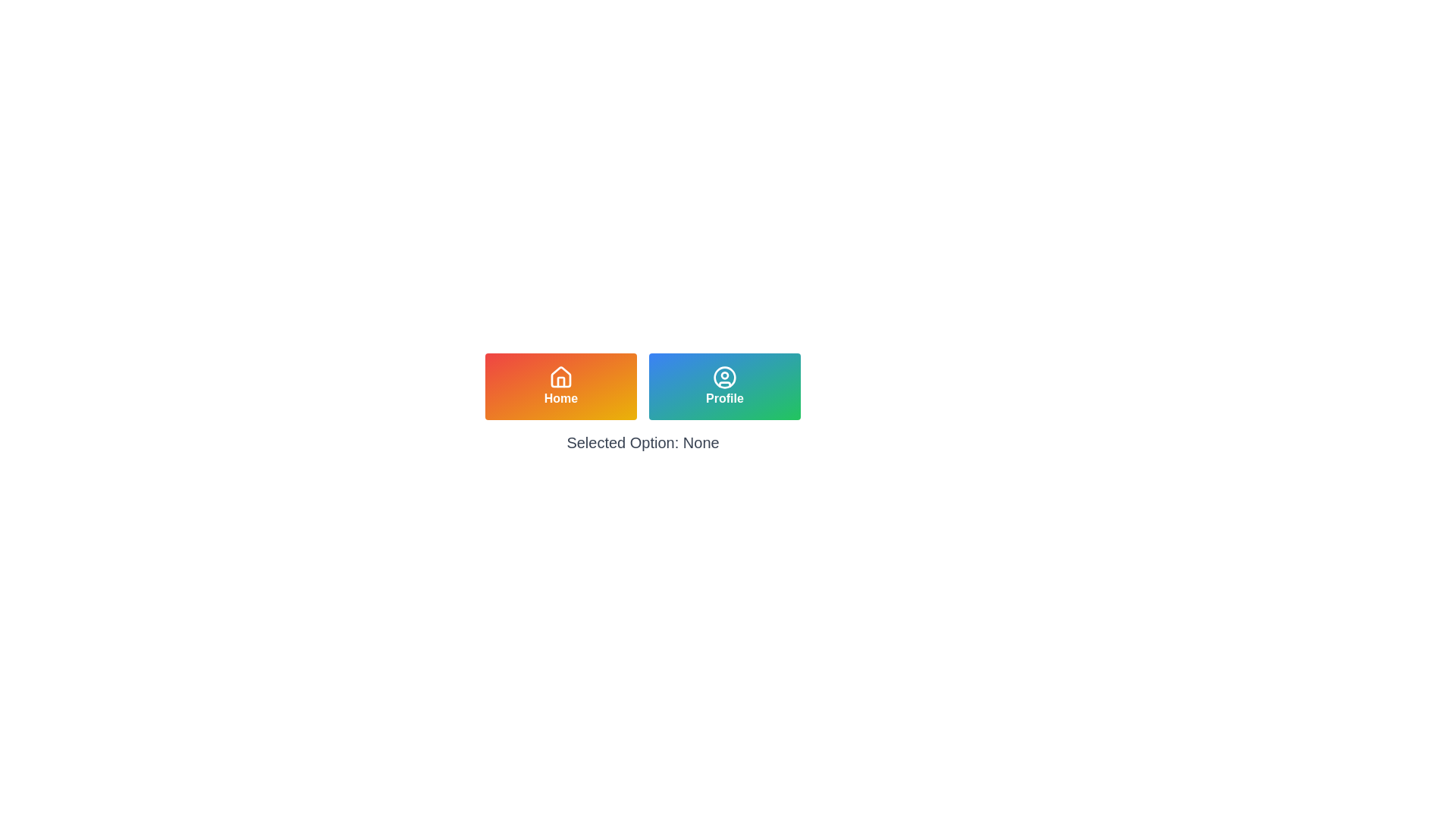 The image size is (1456, 819). Describe the element at coordinates (723, 376) in the screenshot. I see `the circular icon with a simplistic user figure inside, located at the center-top of the 'Profile' card on the right side of the horizontal group of two cards` at that location.